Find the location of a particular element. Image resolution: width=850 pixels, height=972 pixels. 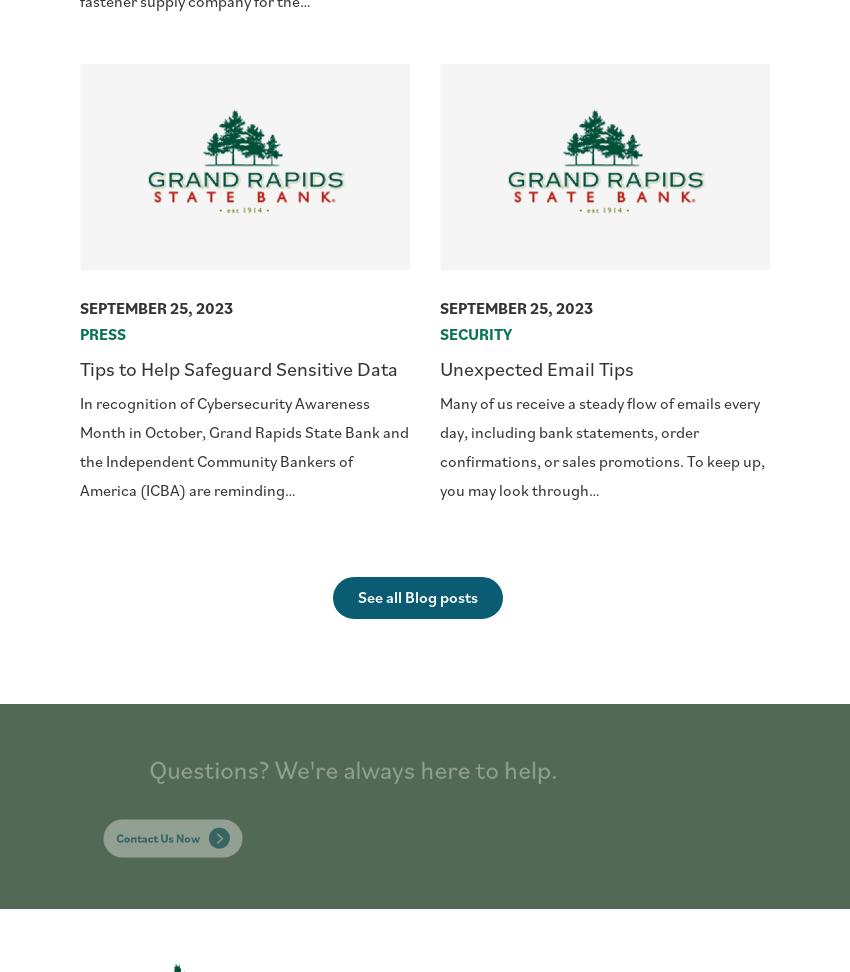

'Unexpected Email Tips' is located at coordinates (536, 368).